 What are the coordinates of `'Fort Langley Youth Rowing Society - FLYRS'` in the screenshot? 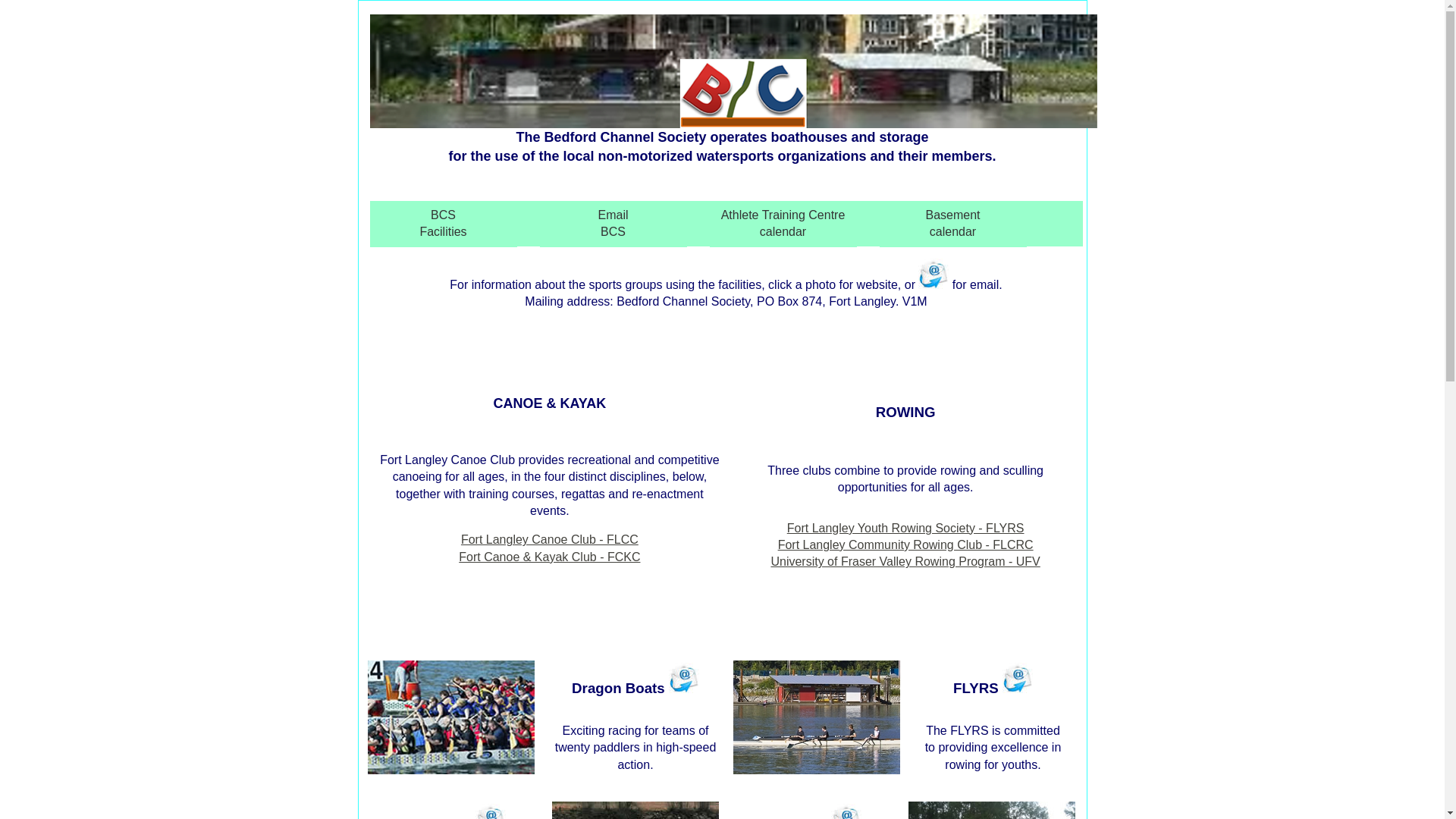 It's located at (905, 527).